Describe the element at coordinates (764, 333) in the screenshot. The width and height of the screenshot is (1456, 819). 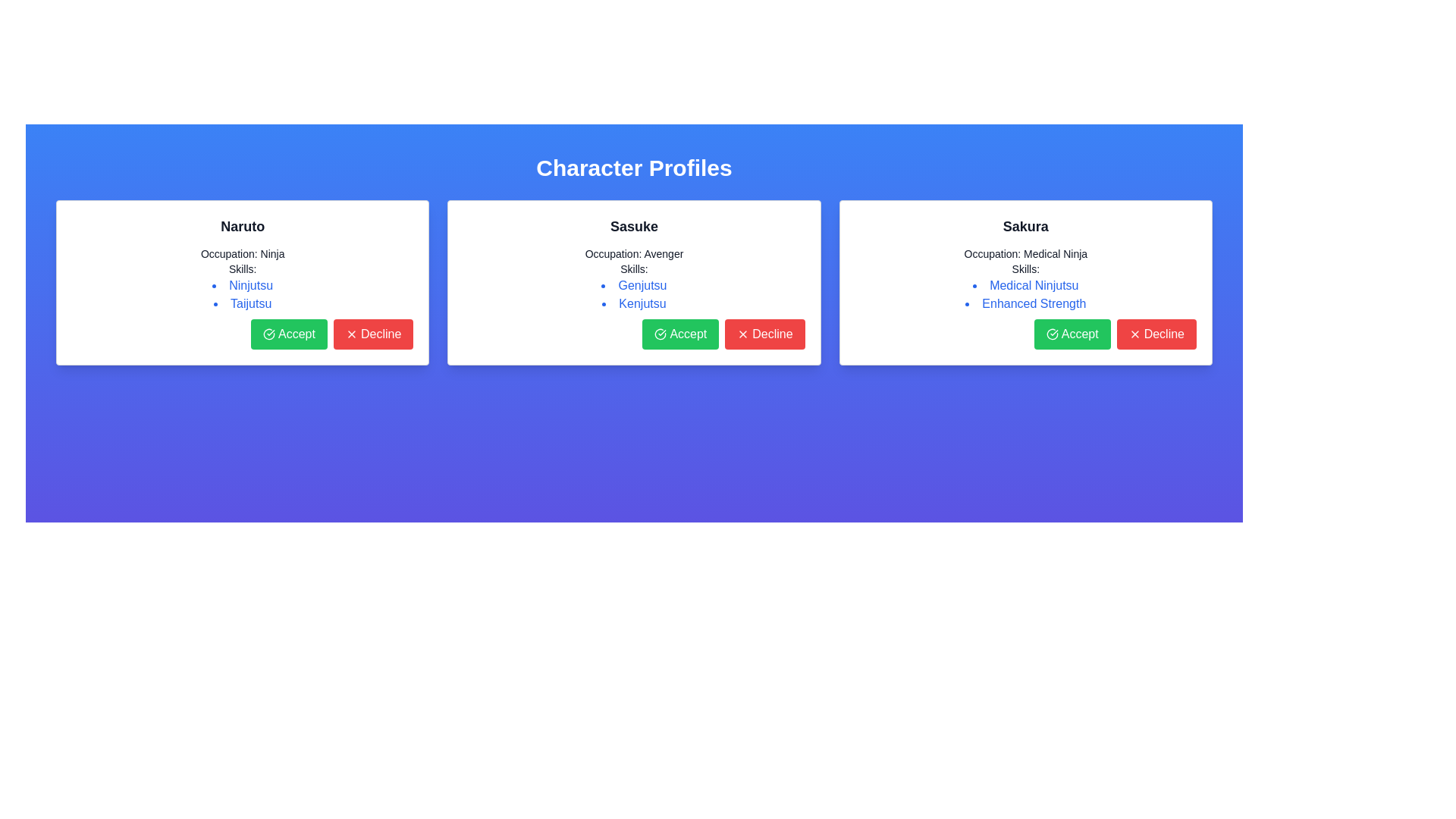
I see `the decline button located in the bottom-right corner of the card layout` at that location.